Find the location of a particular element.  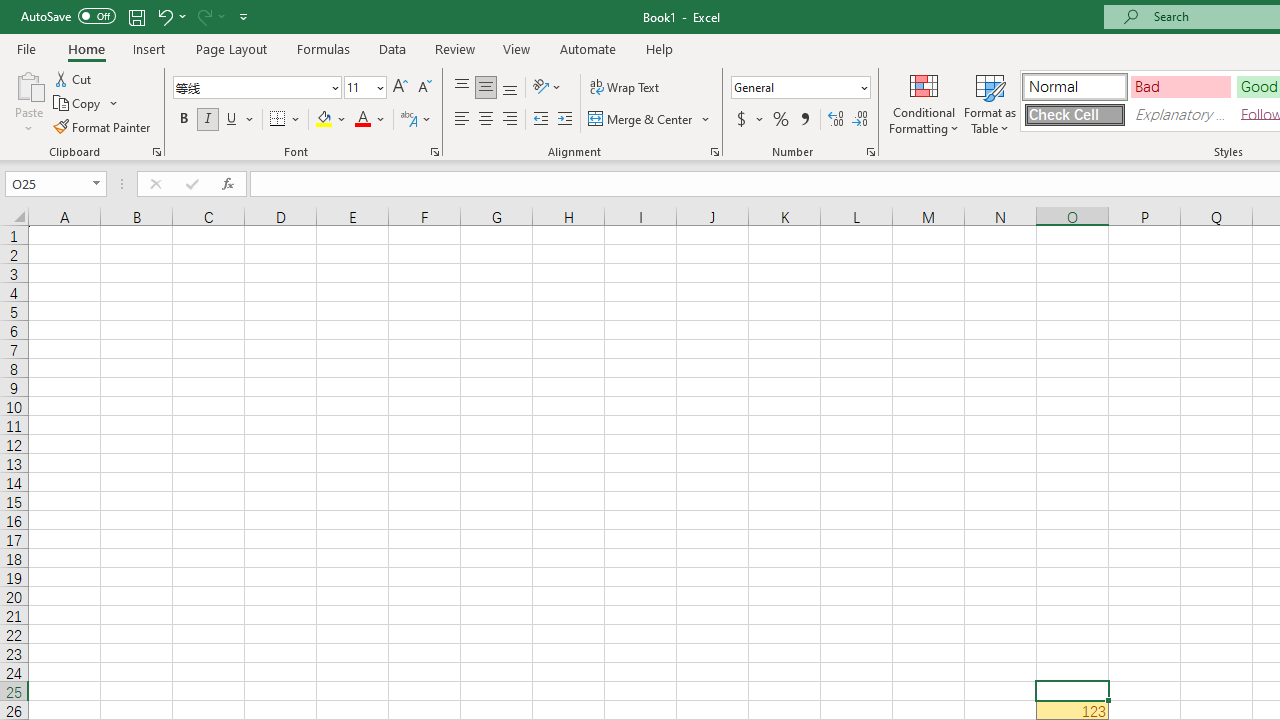

'Font Color' is located at coordinates (370, 119).